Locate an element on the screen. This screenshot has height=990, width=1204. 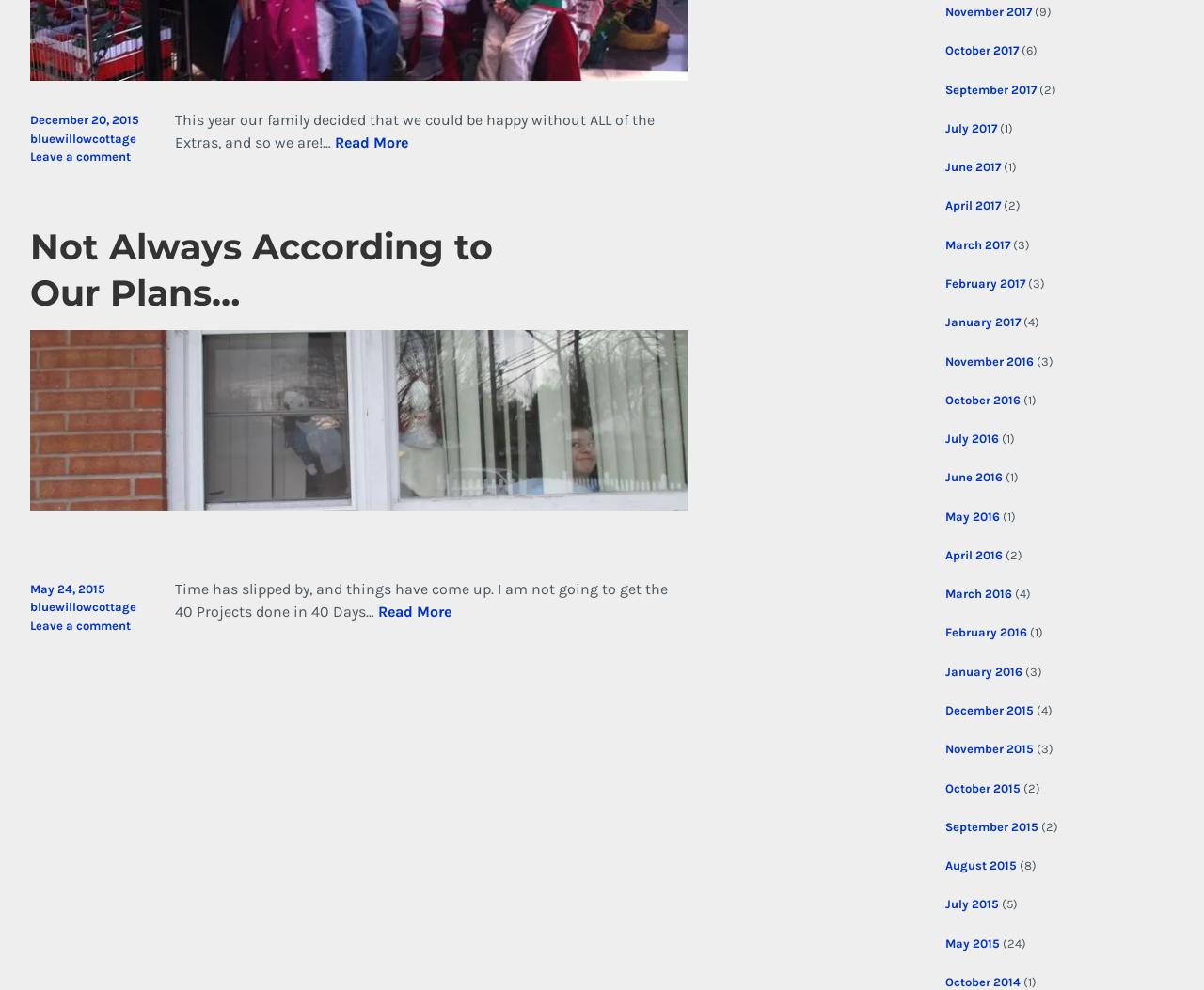
'November 2016' is located at coordinates (988, 360).